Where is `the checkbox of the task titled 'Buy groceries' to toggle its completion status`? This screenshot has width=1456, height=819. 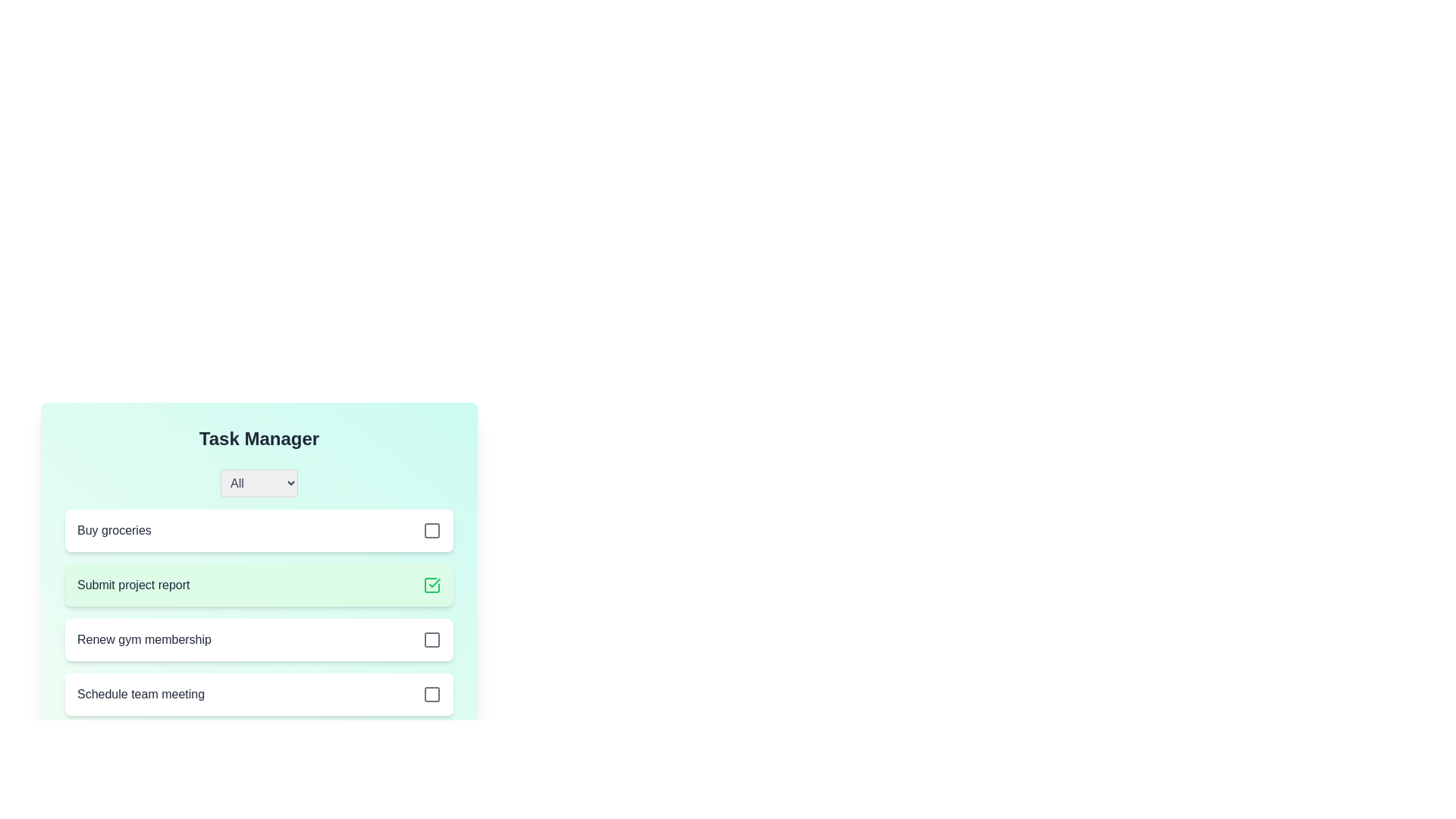
the checkbox of the task titled 'Buy groceries' to toggle its completion status is located at coordinates (431, 529).